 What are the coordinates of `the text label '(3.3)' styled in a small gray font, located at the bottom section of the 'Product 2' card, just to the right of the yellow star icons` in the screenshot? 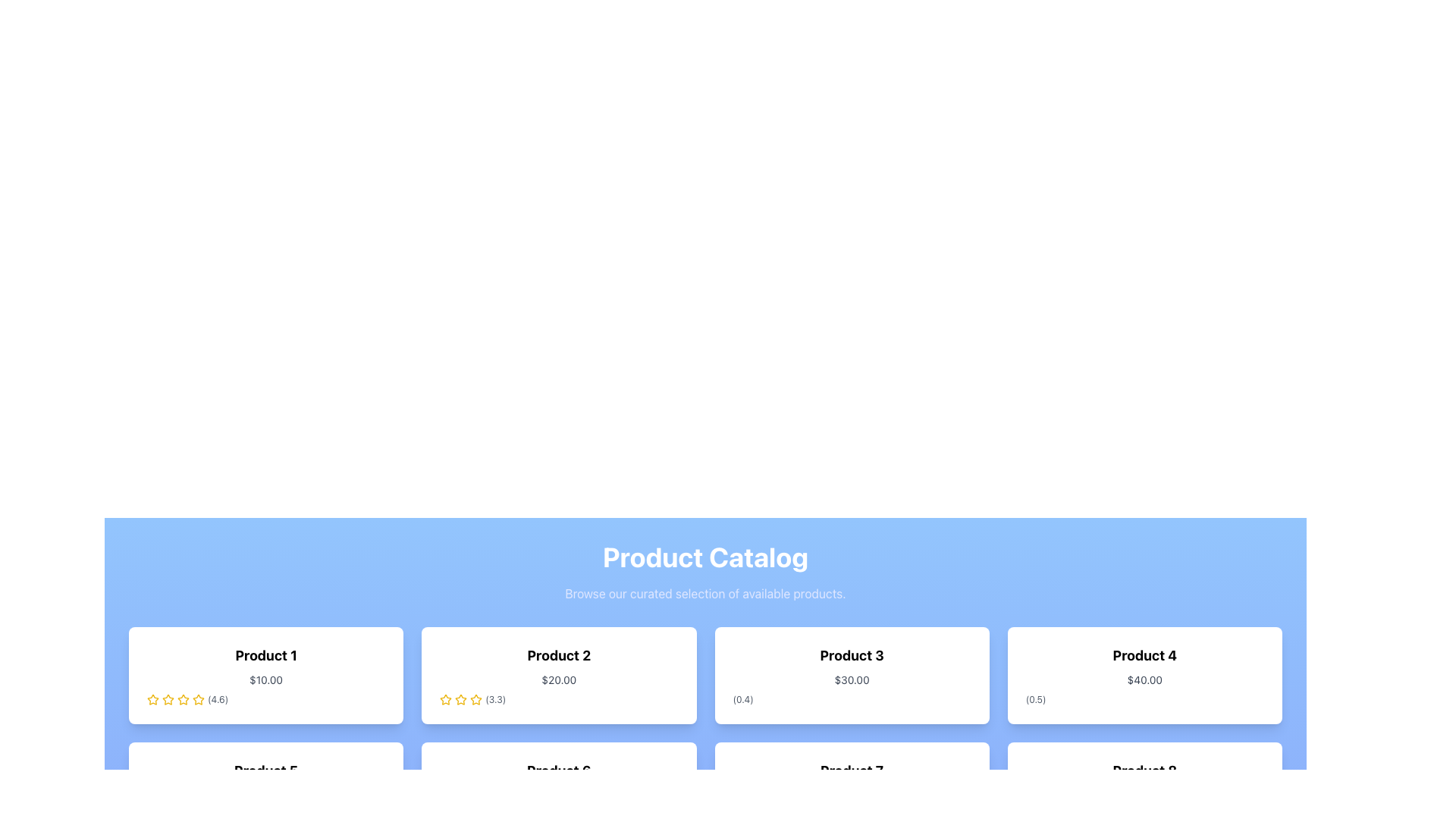 It's located at (495, 699).